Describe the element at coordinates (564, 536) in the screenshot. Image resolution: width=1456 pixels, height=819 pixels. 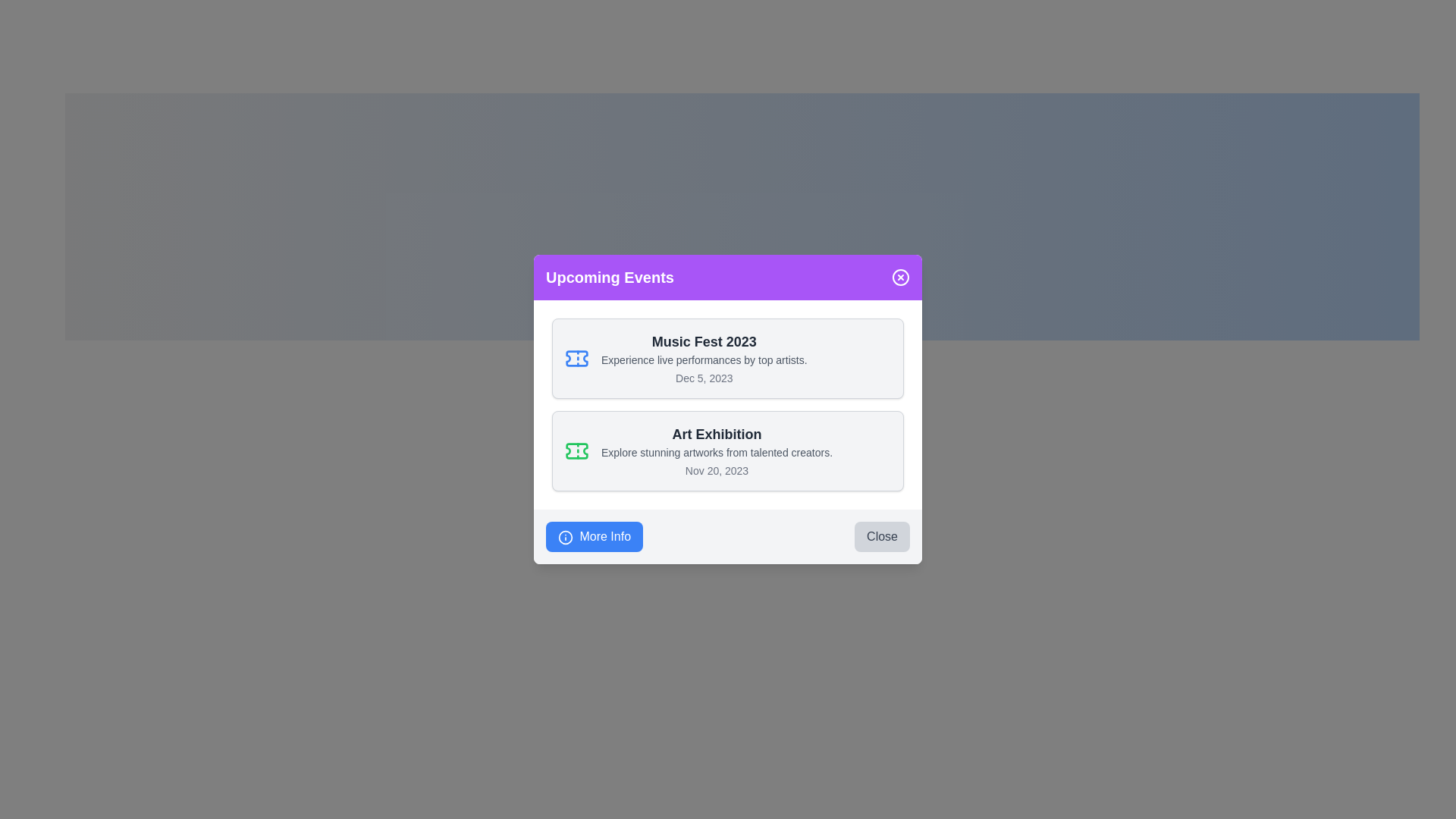
I see `the Circular Icon Border, which is a blue outlined circle located to the left of the 'More Info' button in the modal dialogue` at that location.